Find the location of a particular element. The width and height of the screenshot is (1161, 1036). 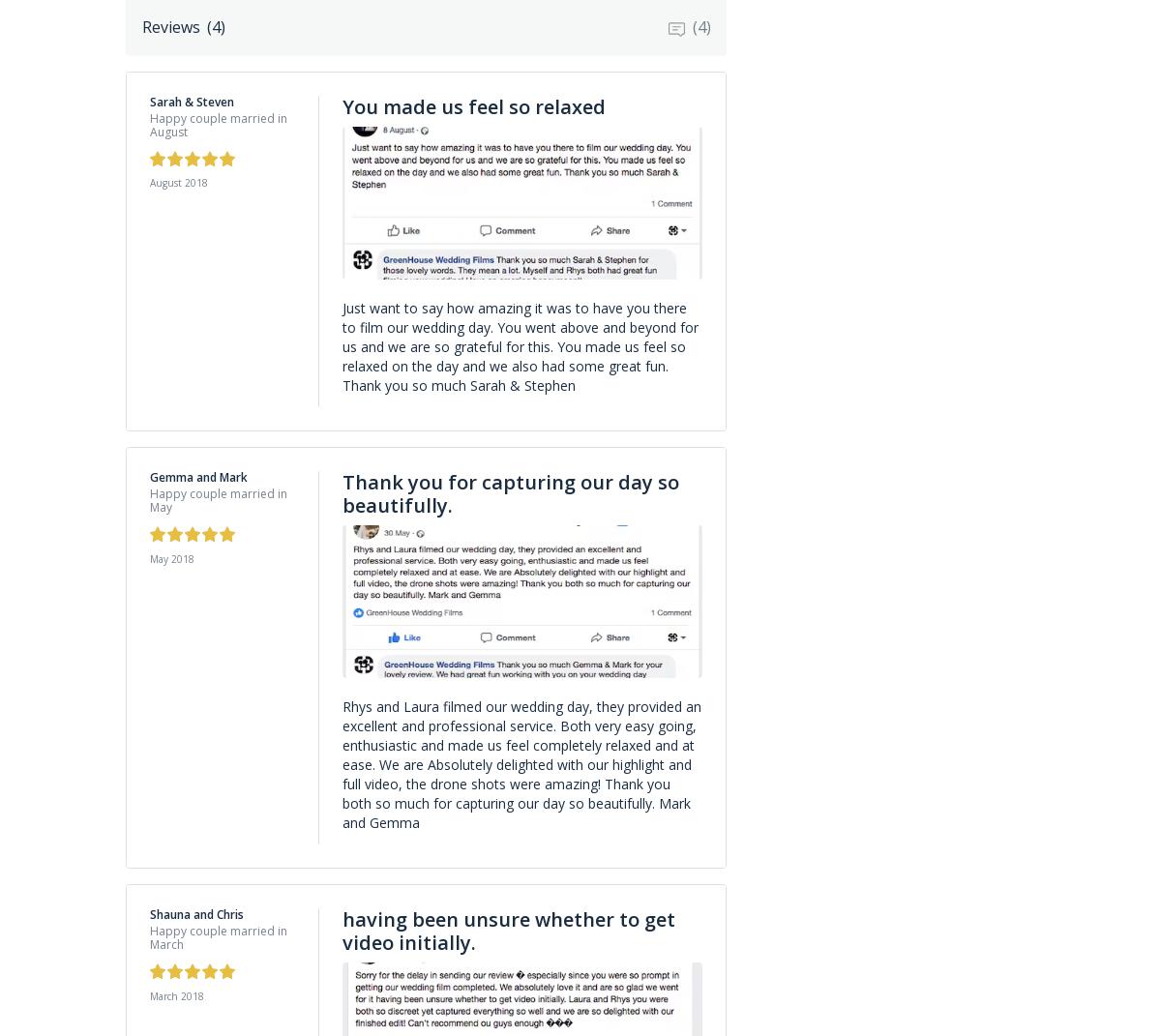

'Happy couple married in August' is located at coordinates (217, 124).